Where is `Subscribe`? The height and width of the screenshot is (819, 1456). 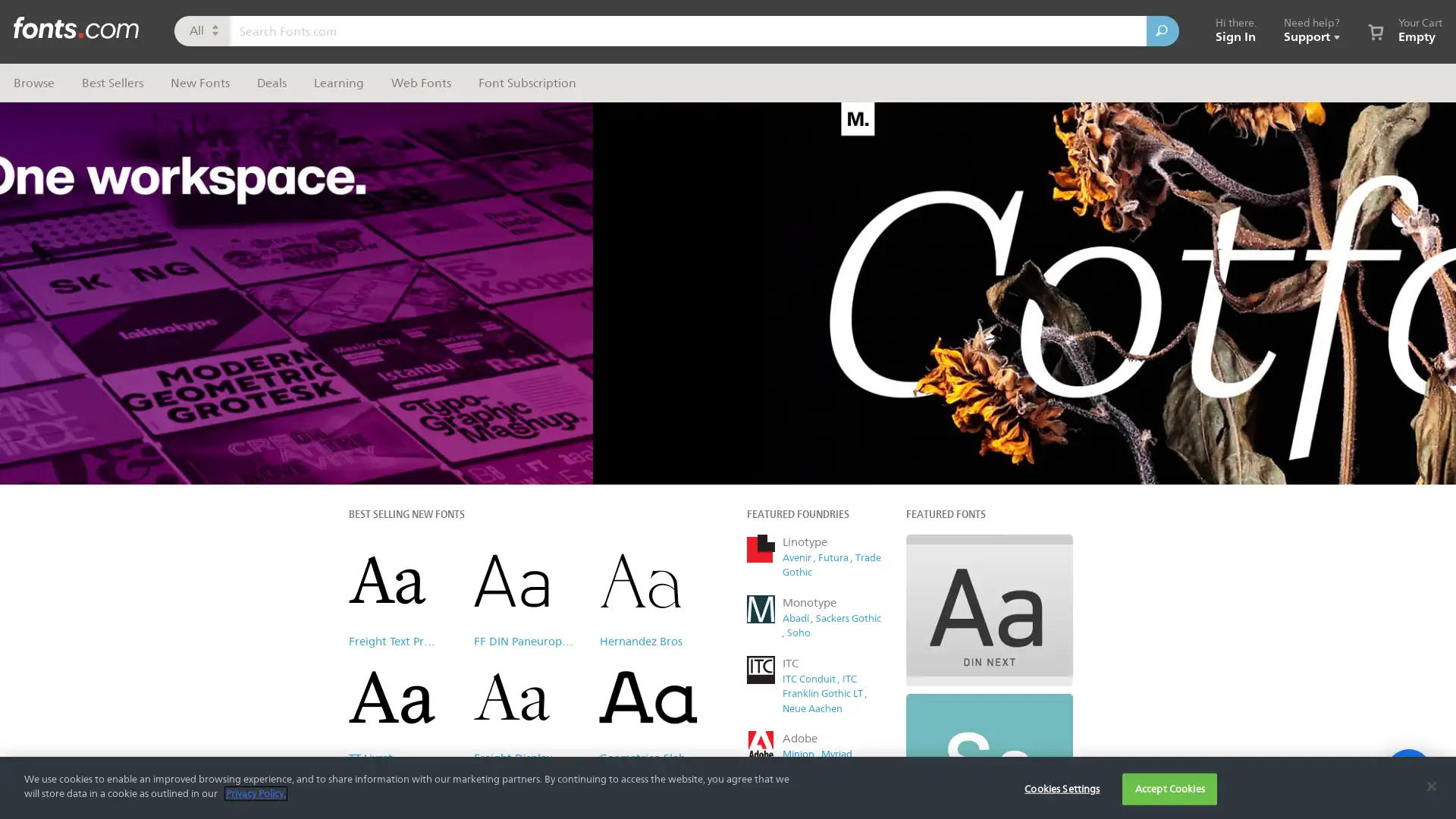 Subscribe is located at coordinates (879, 391).